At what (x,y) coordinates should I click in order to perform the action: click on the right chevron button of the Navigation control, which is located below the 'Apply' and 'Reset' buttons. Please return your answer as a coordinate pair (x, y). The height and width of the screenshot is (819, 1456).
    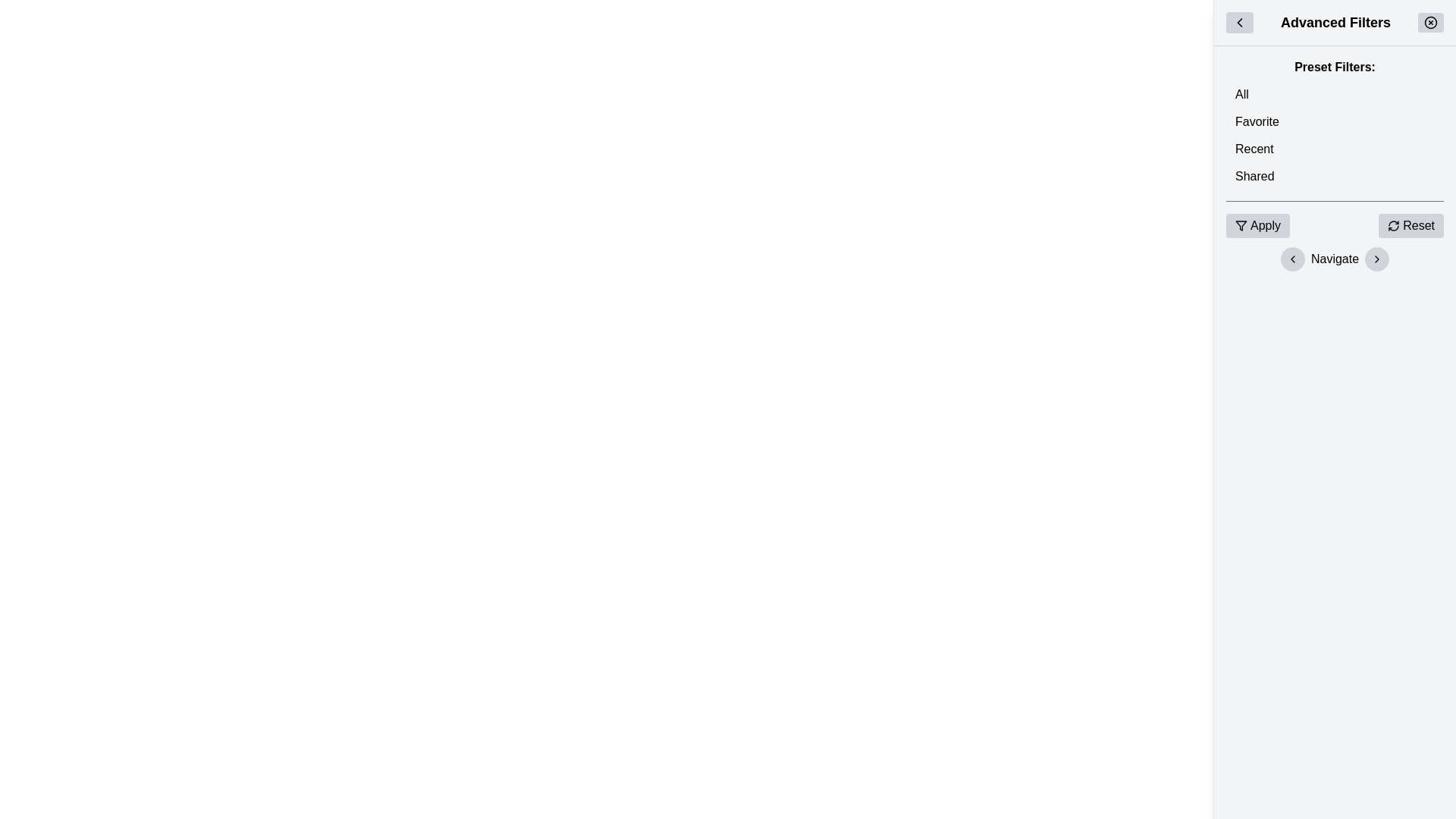
    Looking at the image, I should click on (1335, 259).